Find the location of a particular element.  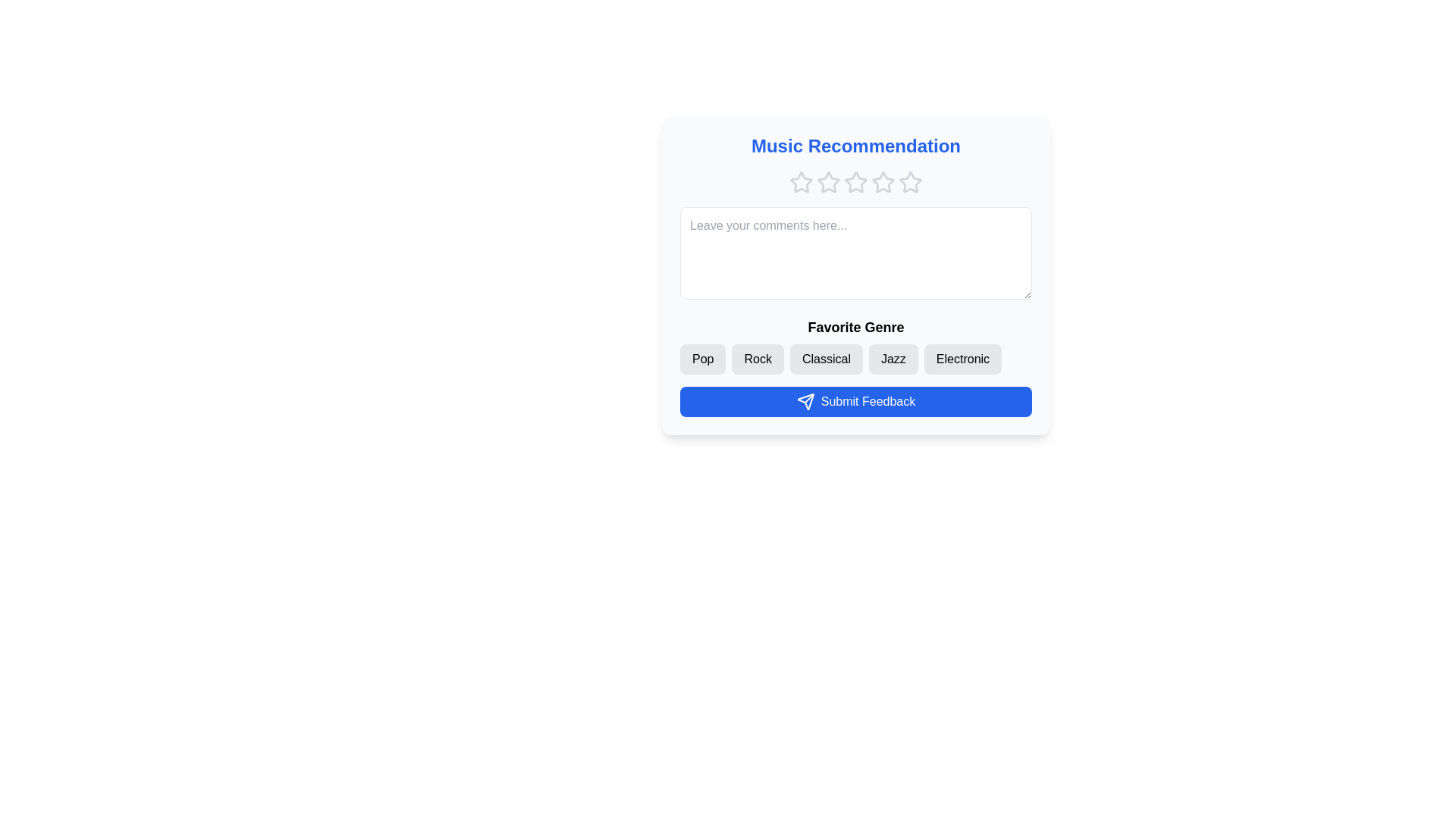

the second star icon in the rating system located below 'Music Recommendation' is located at coordinates (828, 181).